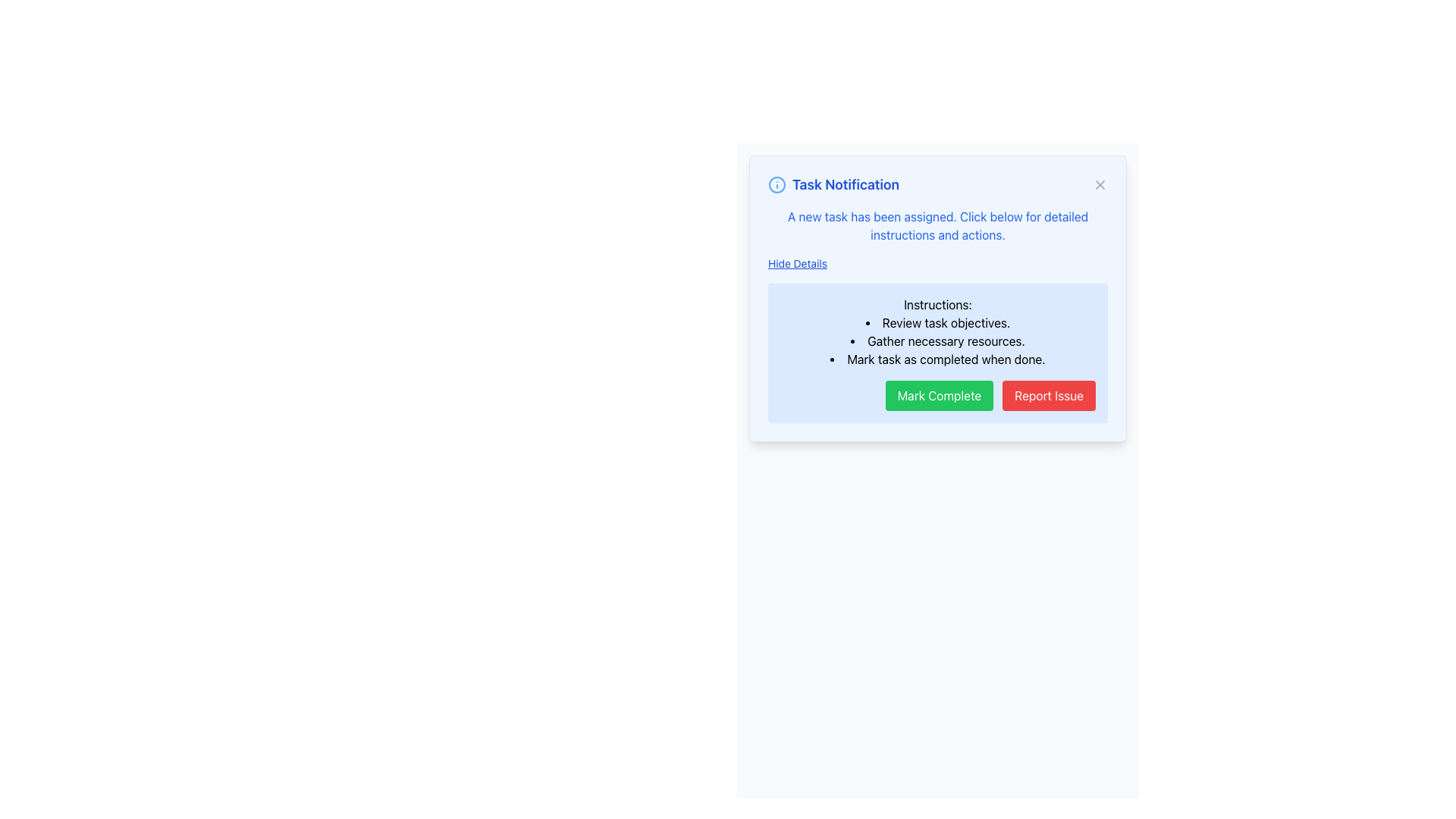 The width and height of the screenshot is (1456, 819). What do you see at coordinates (937, 359) in the screenshot?
I see `the third item in the centrally aligned bullet list within the notification card, which instructs the user to mark the task as completed` at bounding box center [937, 359].